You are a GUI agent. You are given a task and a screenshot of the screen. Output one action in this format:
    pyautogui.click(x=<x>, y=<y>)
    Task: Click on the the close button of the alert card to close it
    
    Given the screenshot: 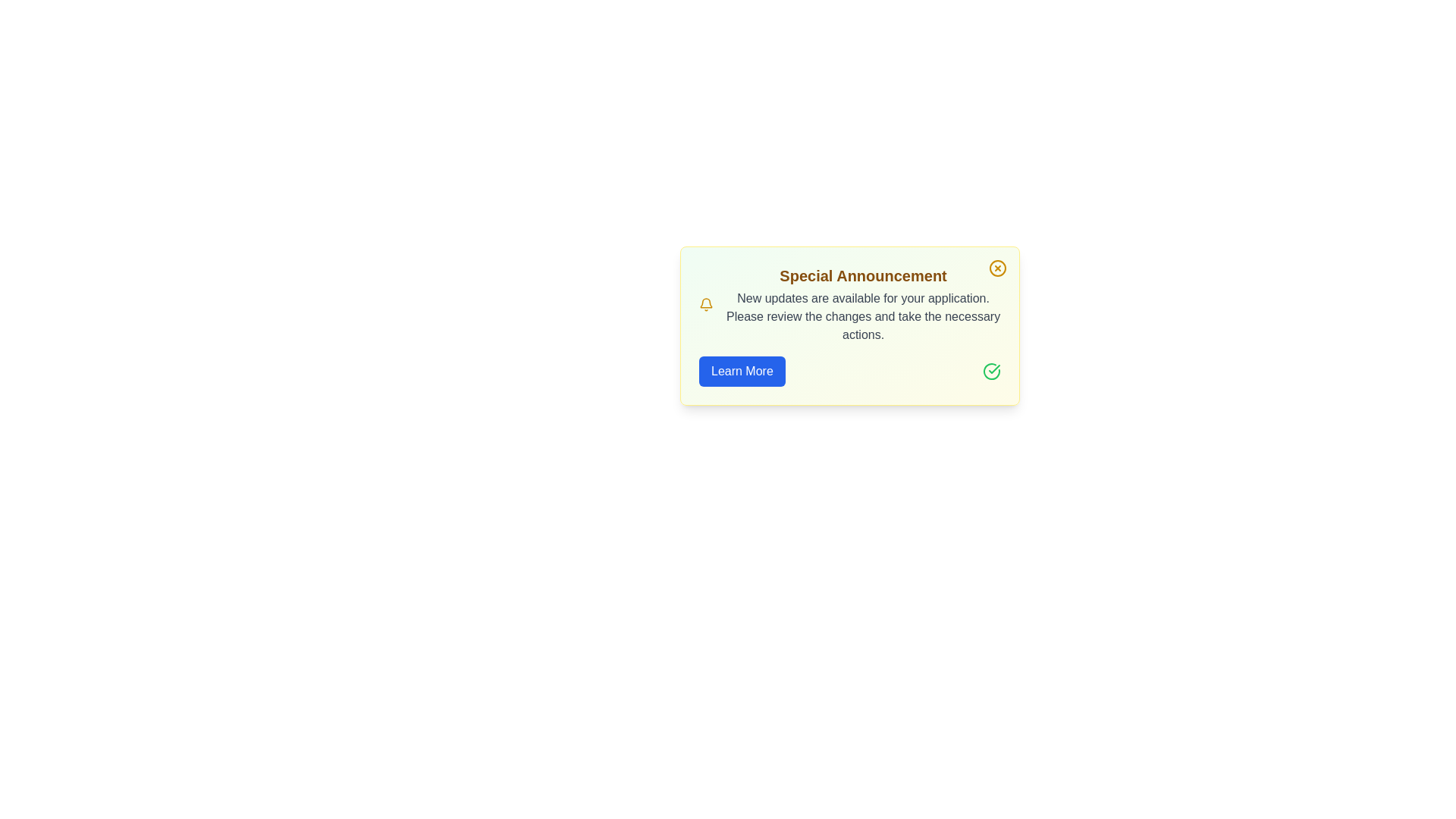 What is the action you would take?
    pyautogui.click(x=997, y=268)
    